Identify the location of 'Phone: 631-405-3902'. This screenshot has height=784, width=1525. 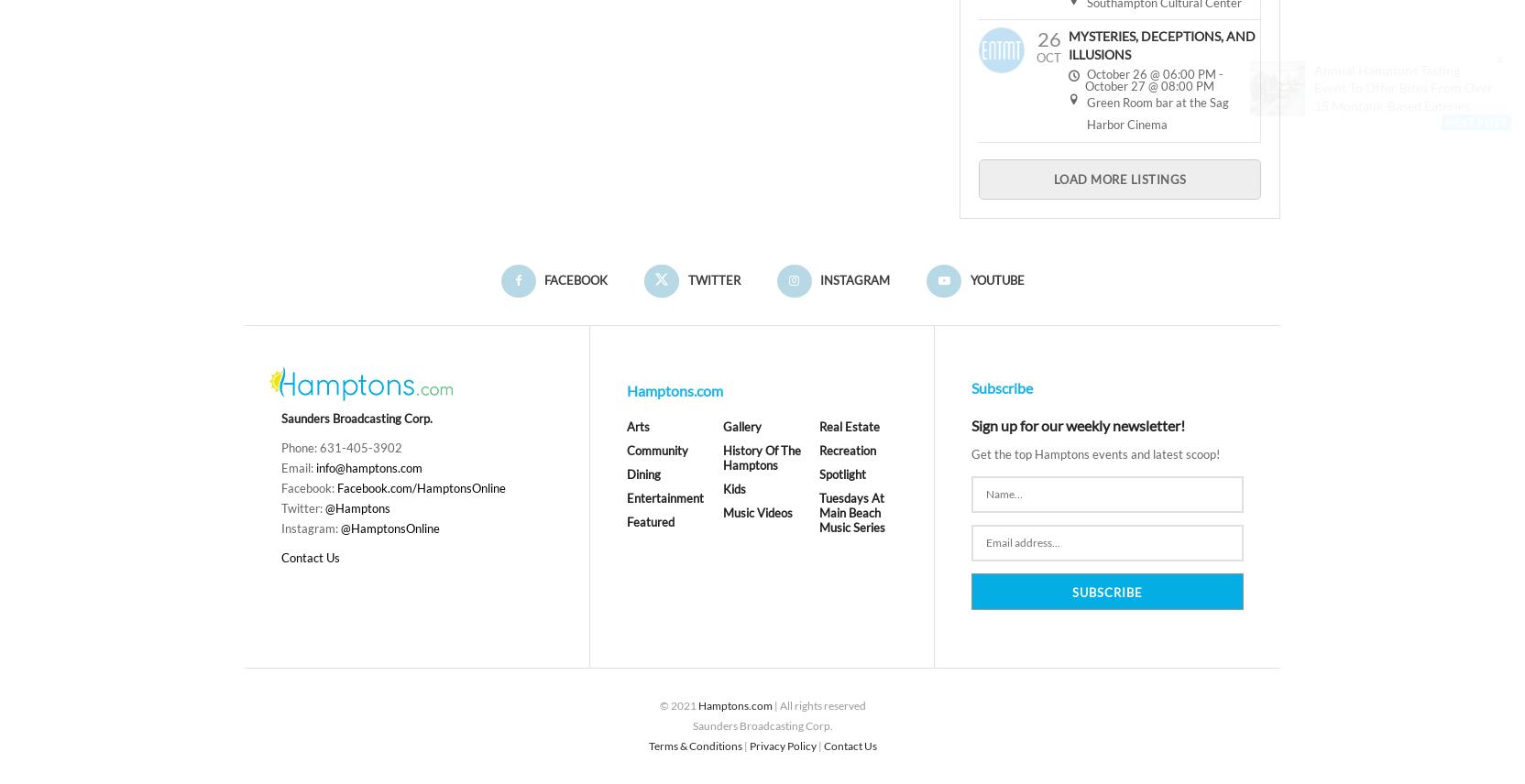
(280, 447).